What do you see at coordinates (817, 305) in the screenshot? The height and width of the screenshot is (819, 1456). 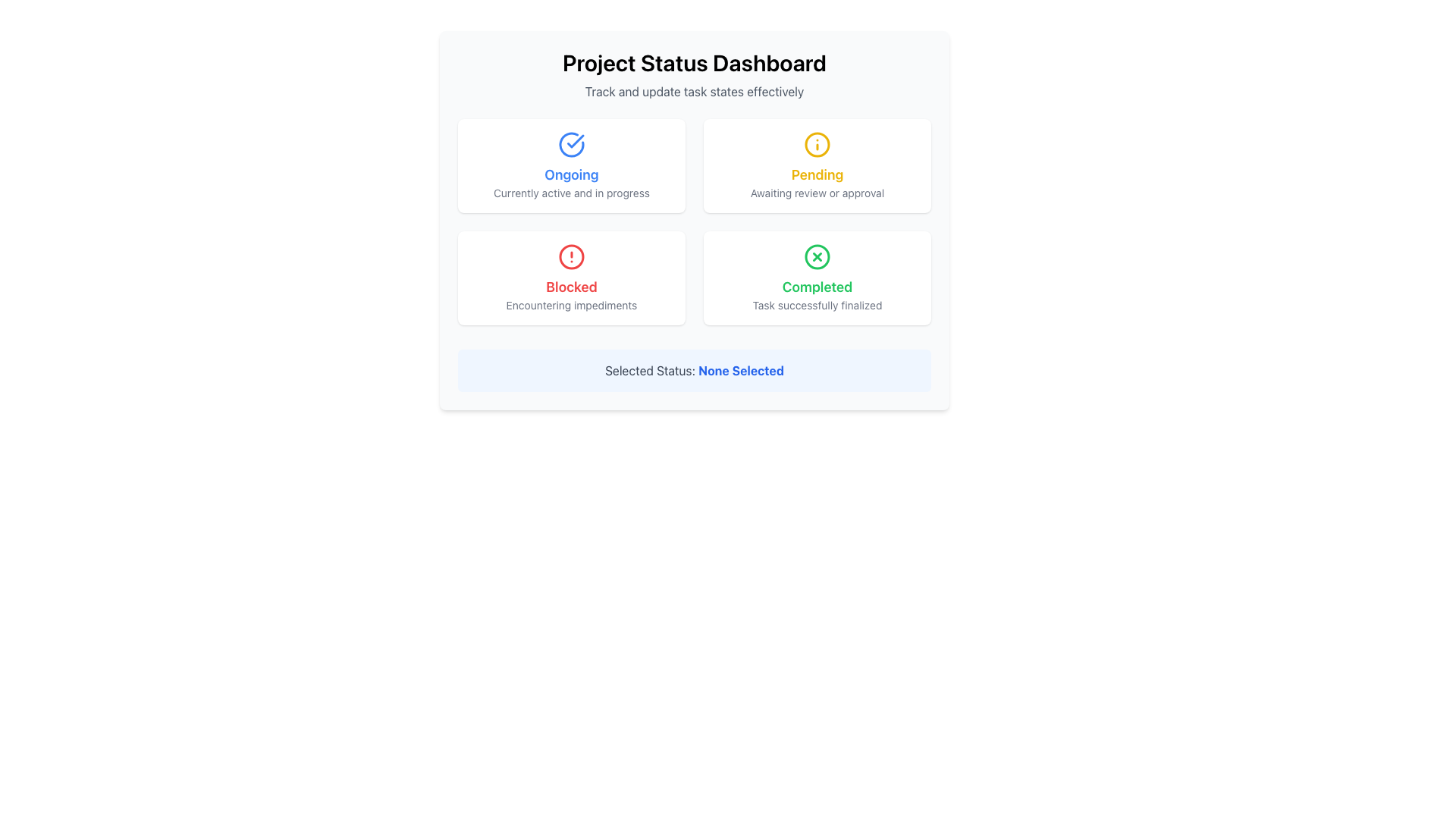 I see `text from the Text Label displaying 'Task successfully finalized', which is located in the bottom portion of the 'Completed' card in the UI` at bounding box center [817, 305].